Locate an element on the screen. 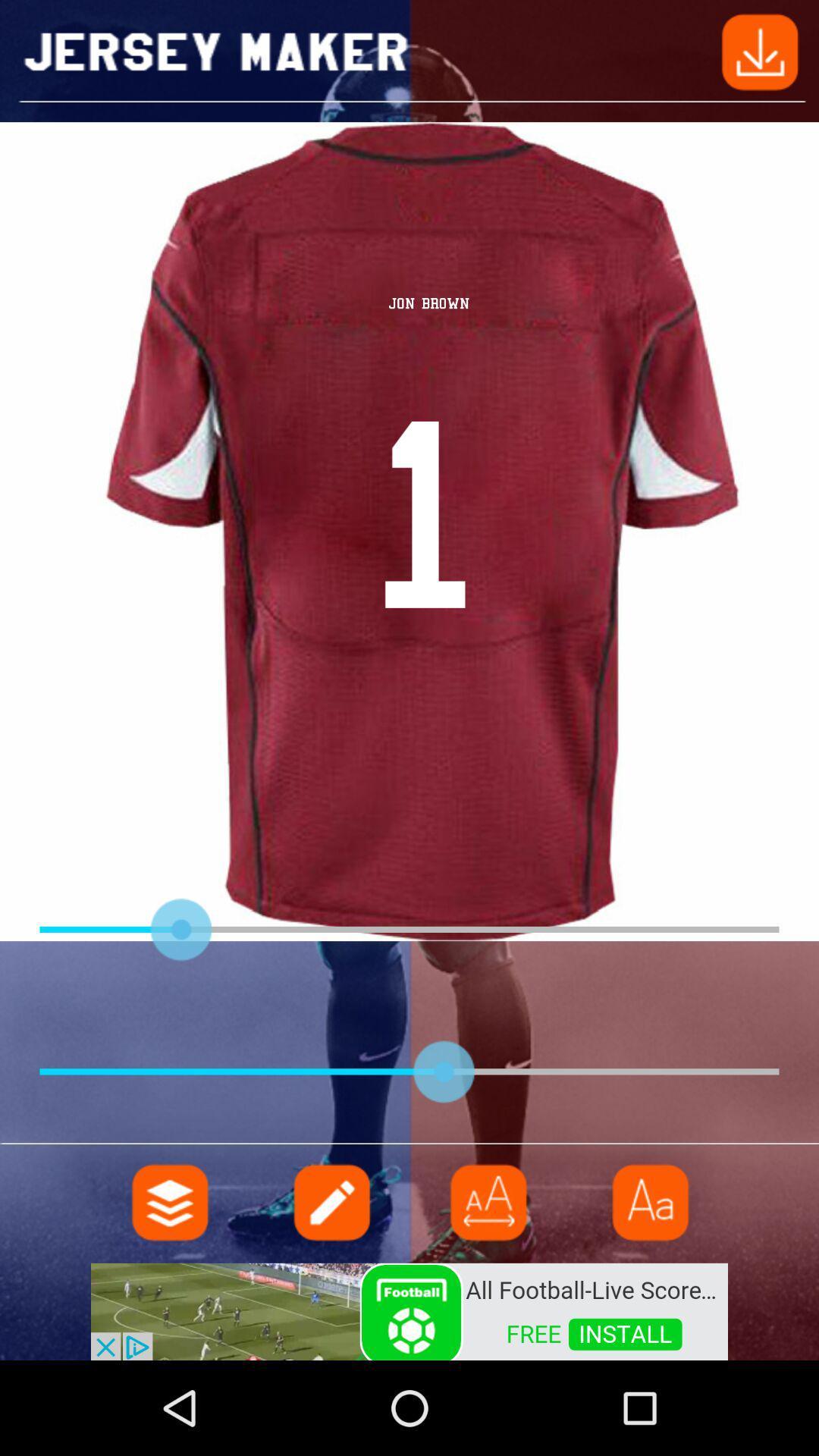 This screenshot has height=1456, width=819. menu page is located at coordinates (170, 1201).